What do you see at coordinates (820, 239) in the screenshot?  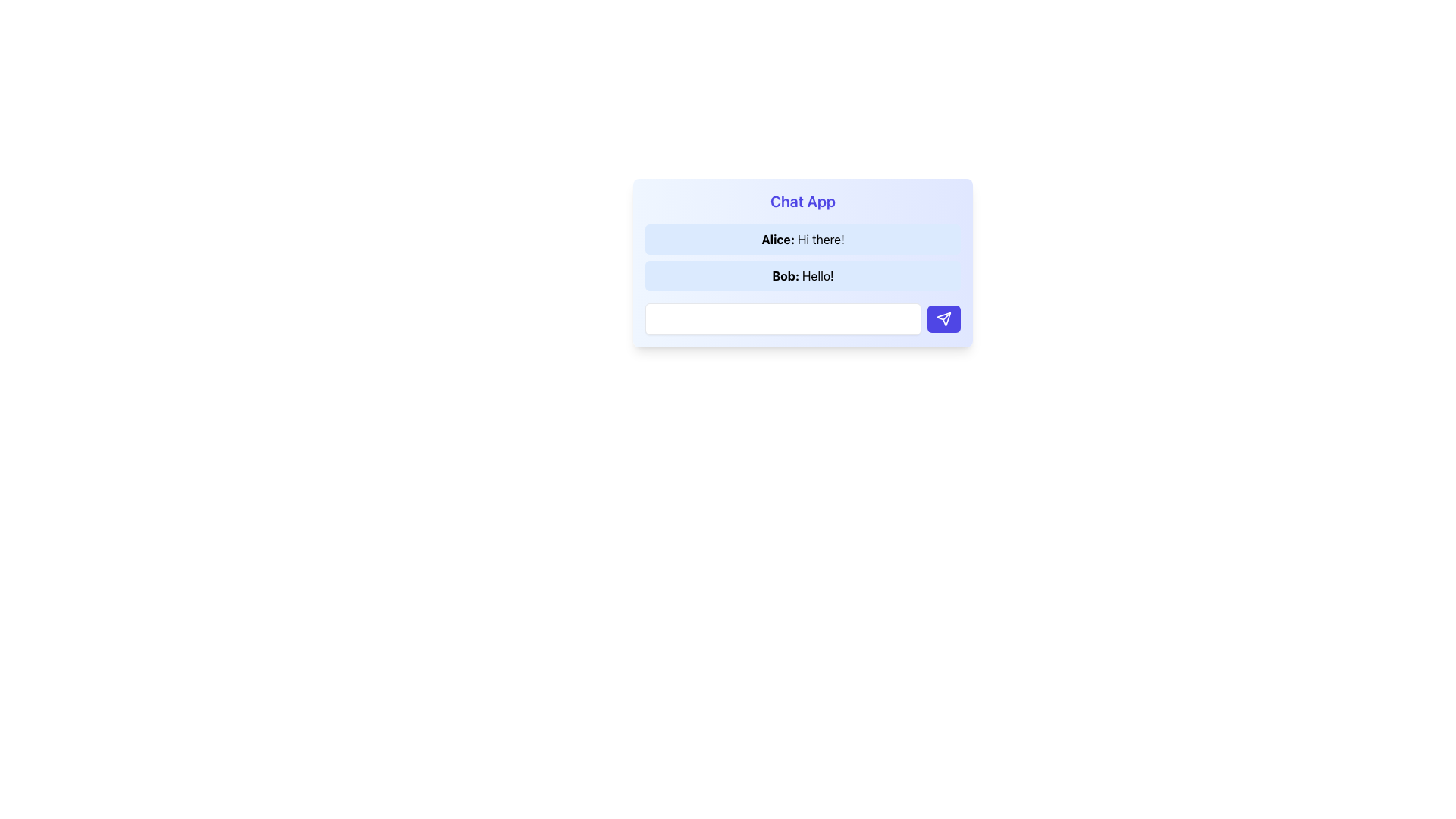 I see `text component displaying 'Hi there!' in black font located in the chat interface adjacent to the name 'Alice:' in bold font` at bounding box center [820, 239].